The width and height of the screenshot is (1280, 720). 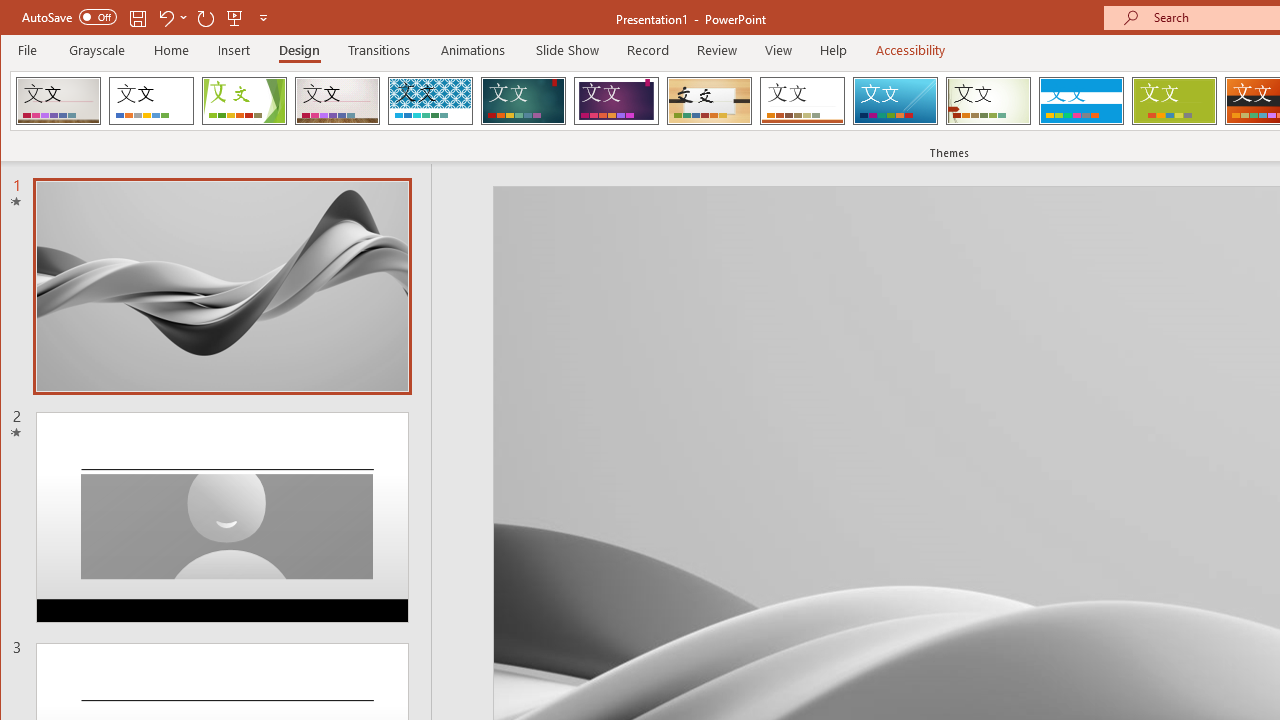 What do you see at coordinates (615, 100) in the screenshot?
I see `'Ion Boardroom'` at bounding box center [615, 100].